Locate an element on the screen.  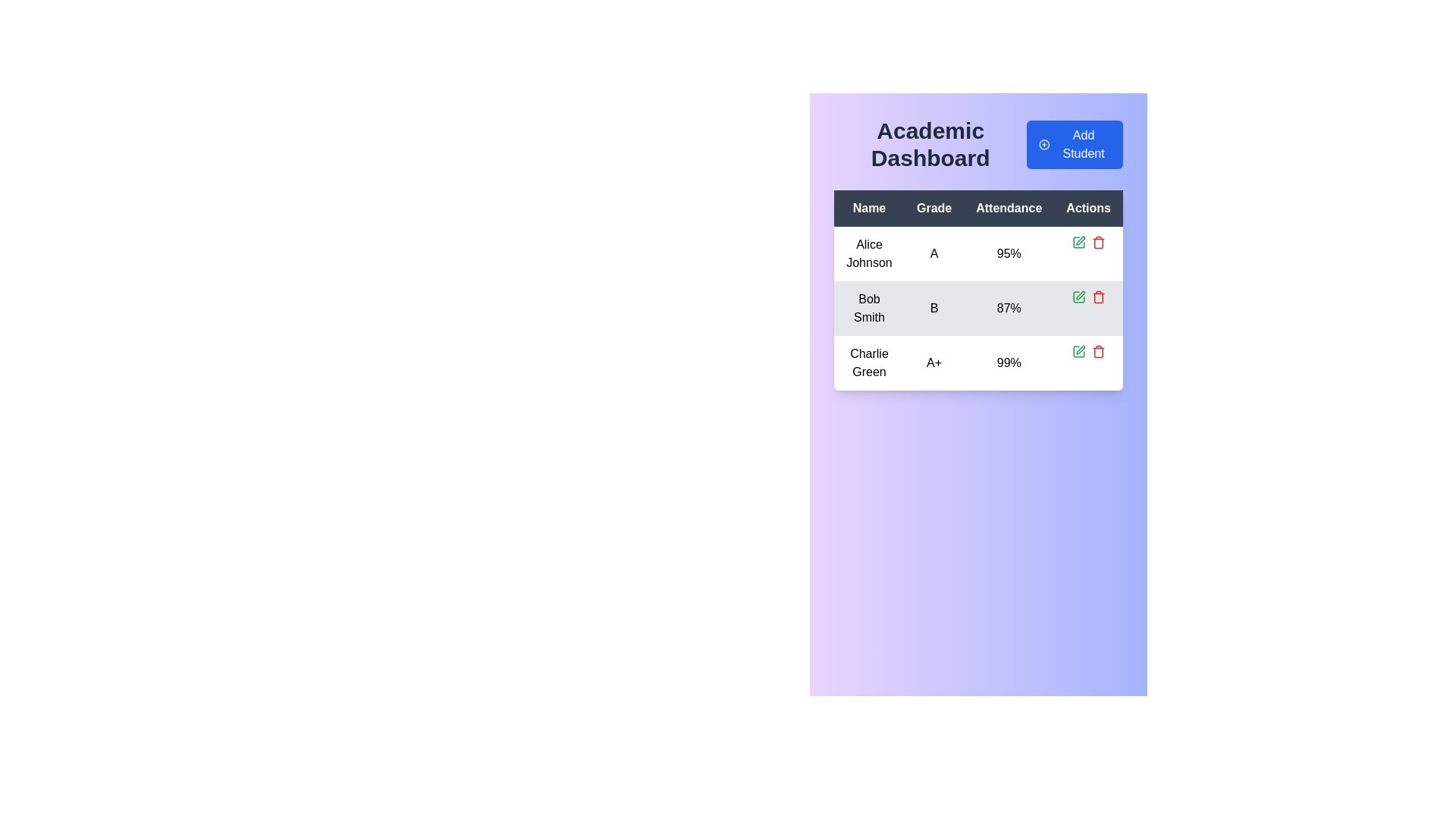
the static text element indicating the grade for 'Bob Smith' in the second column under the 'Grade' heading is located at coordinates (934, 308).